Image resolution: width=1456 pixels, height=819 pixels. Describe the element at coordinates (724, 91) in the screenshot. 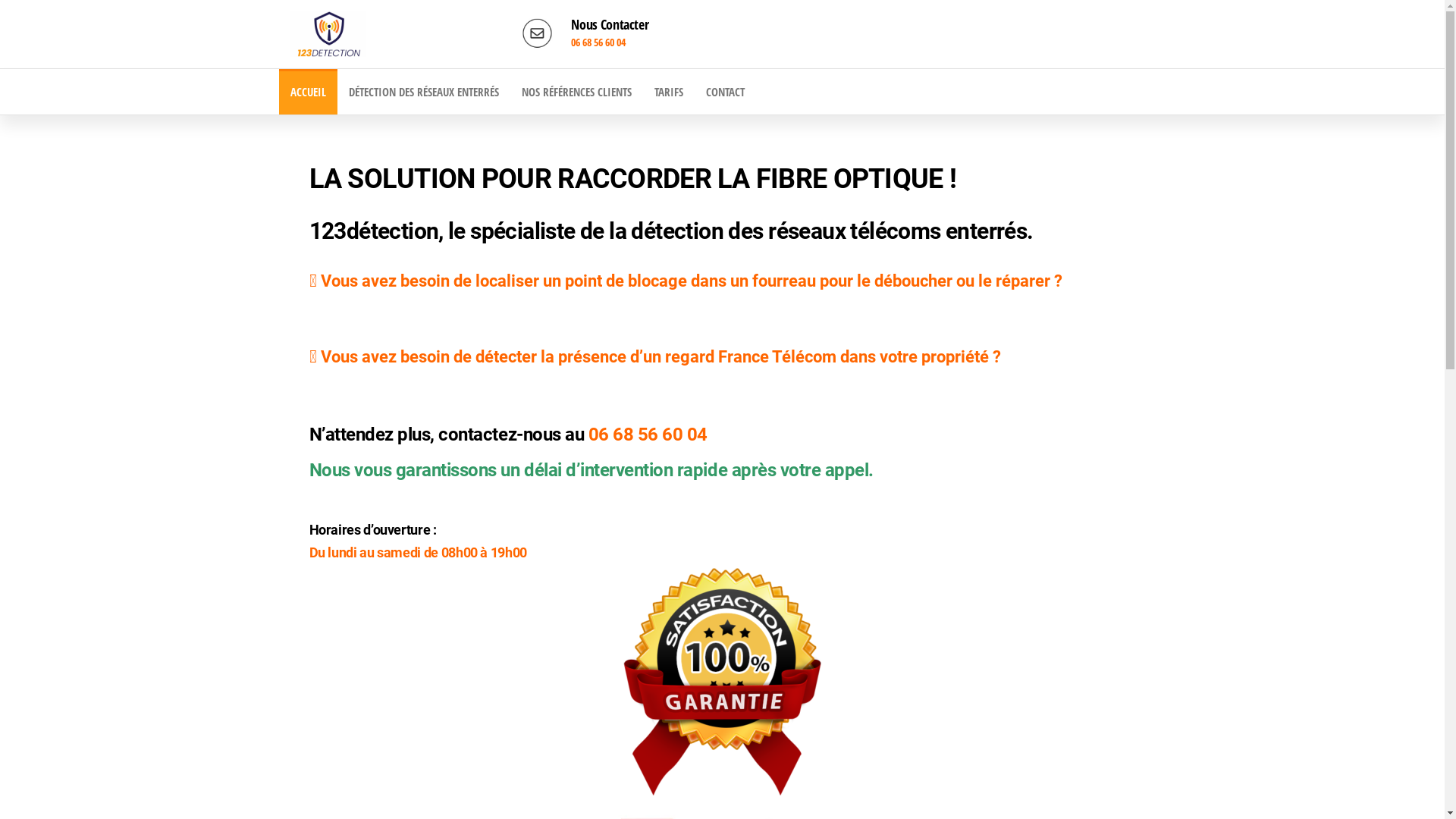

I see `'CONTACT'` at that location.